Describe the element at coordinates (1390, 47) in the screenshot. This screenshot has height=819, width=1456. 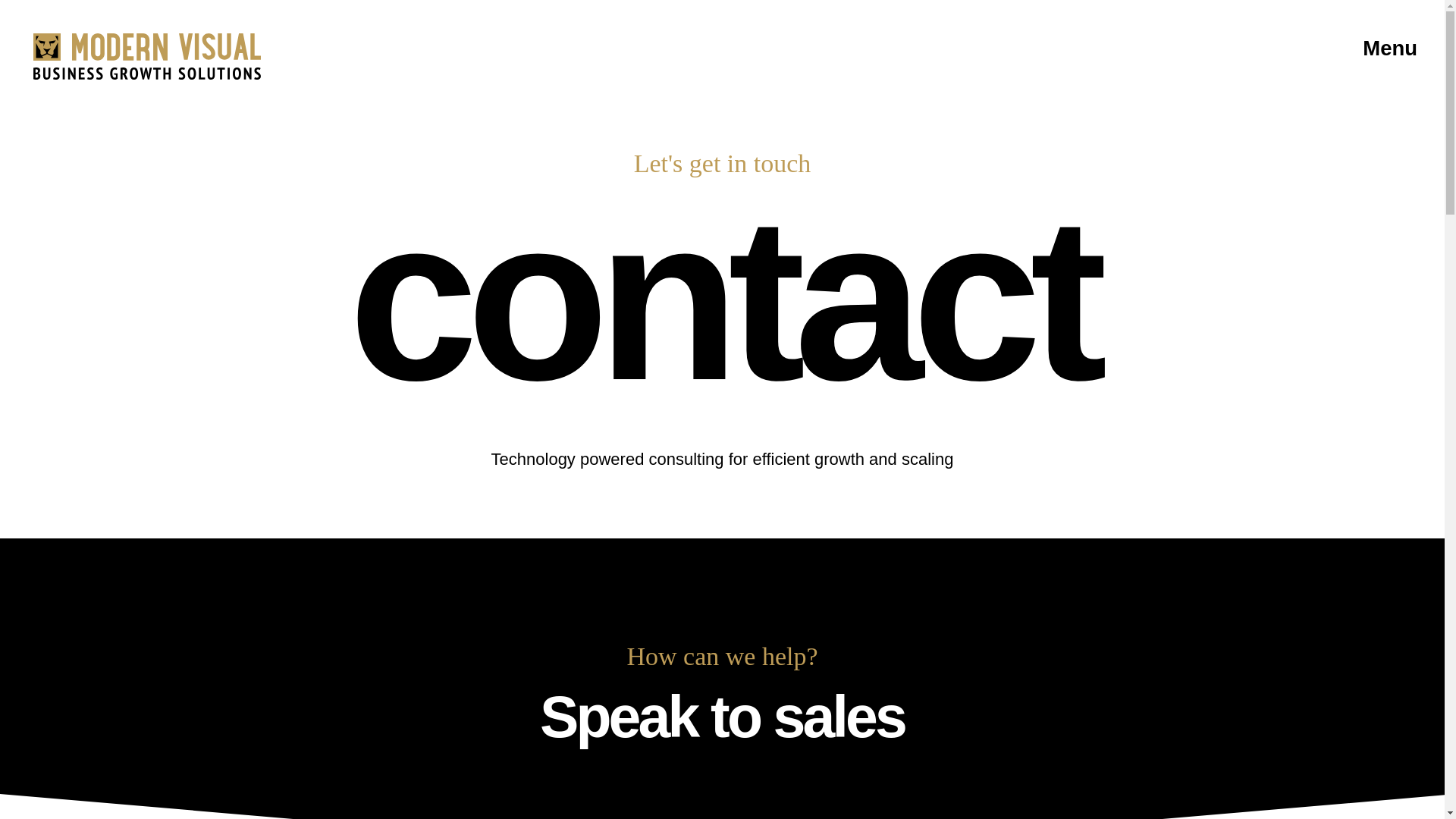
I see `'Menu'` at that location.